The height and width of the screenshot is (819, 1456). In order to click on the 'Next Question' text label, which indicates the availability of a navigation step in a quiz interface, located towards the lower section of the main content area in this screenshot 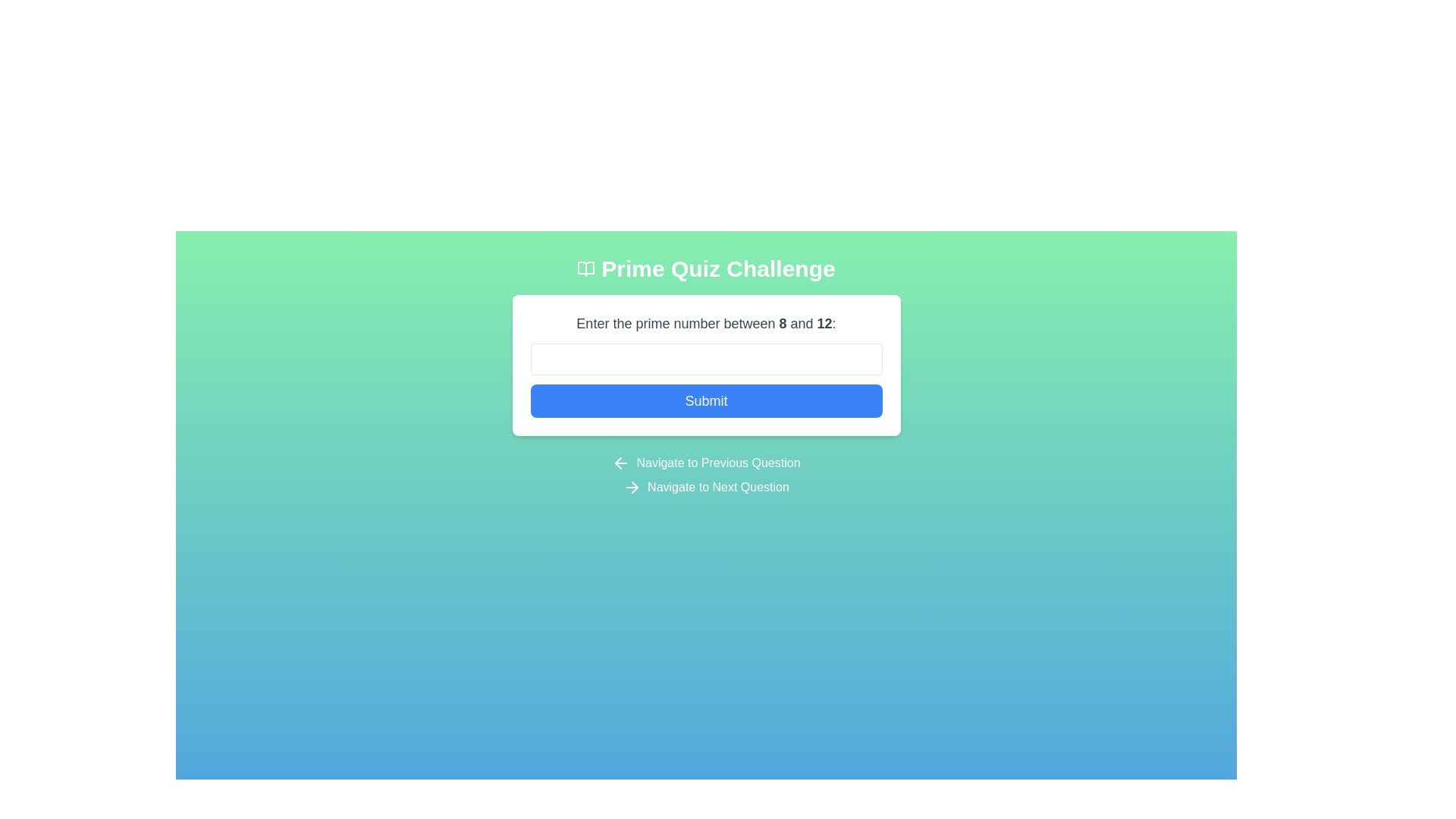, I will do `click(717, 488)`.